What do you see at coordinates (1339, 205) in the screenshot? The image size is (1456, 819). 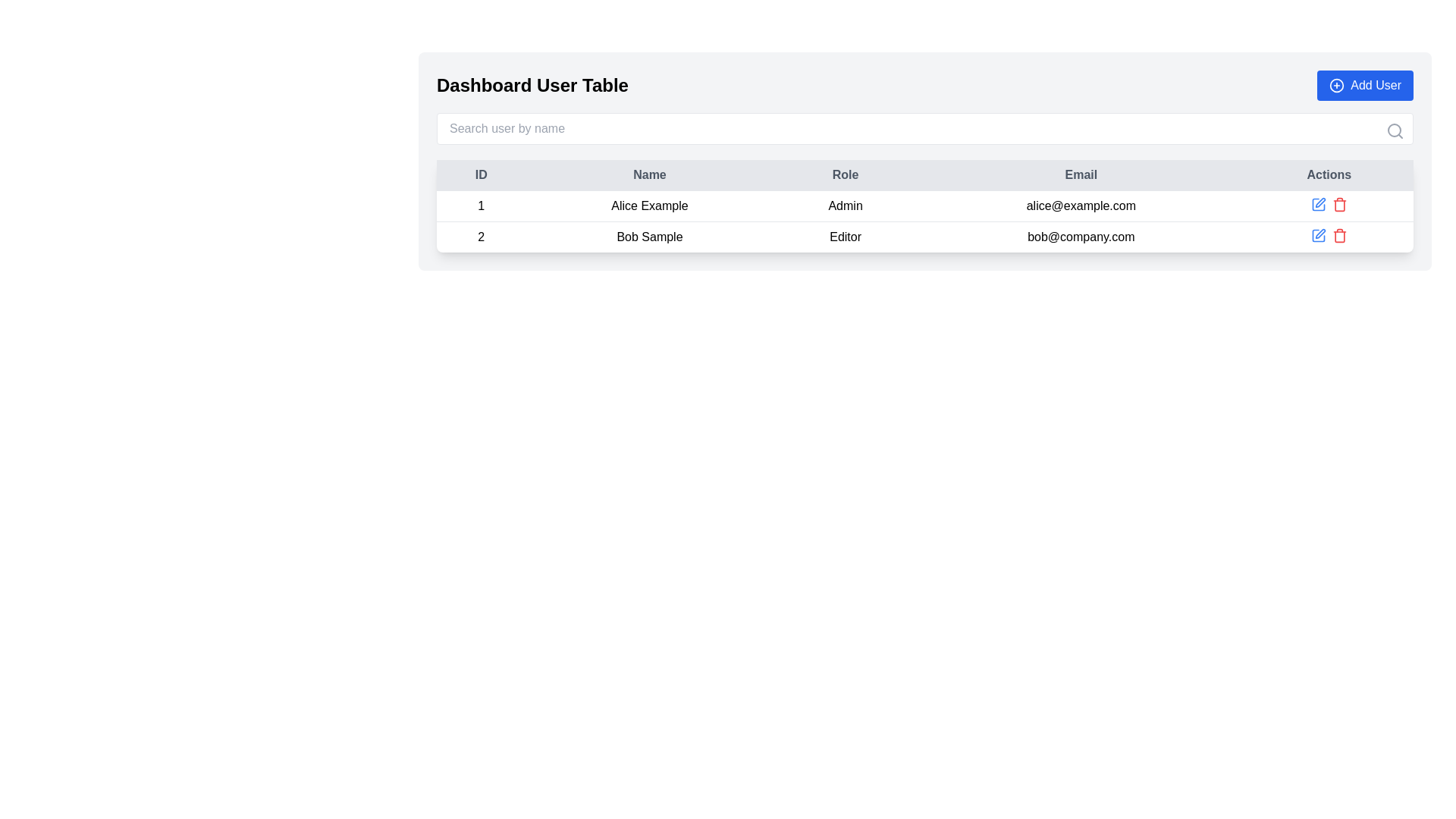 I see `the trash icon button located in the 'Actions' column of the second row of the user table` at bounding box center [1339, 205].